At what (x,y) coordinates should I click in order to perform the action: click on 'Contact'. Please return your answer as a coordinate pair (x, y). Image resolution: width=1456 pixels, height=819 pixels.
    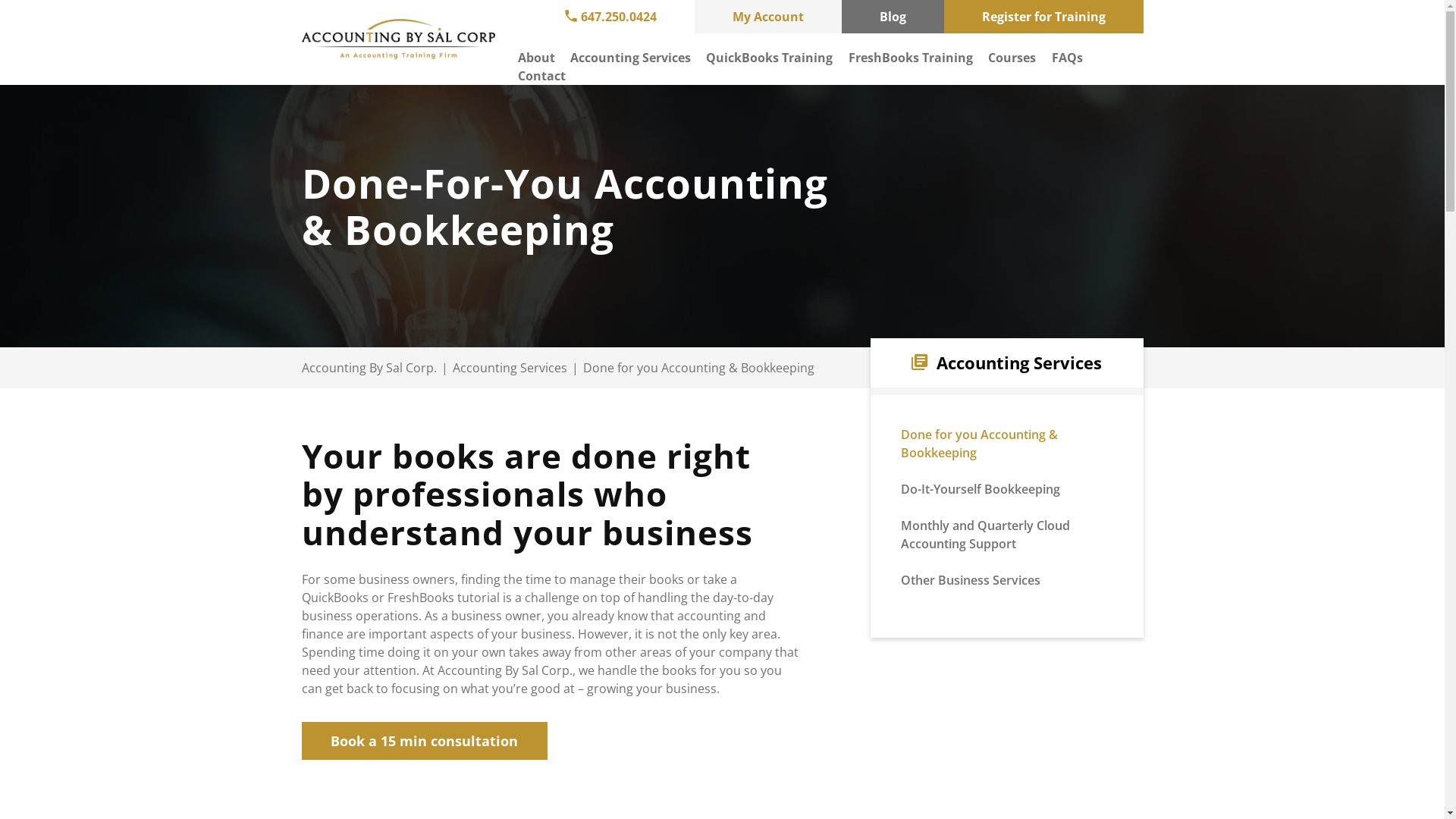
    Looking at the image, I should click on (541, 76).